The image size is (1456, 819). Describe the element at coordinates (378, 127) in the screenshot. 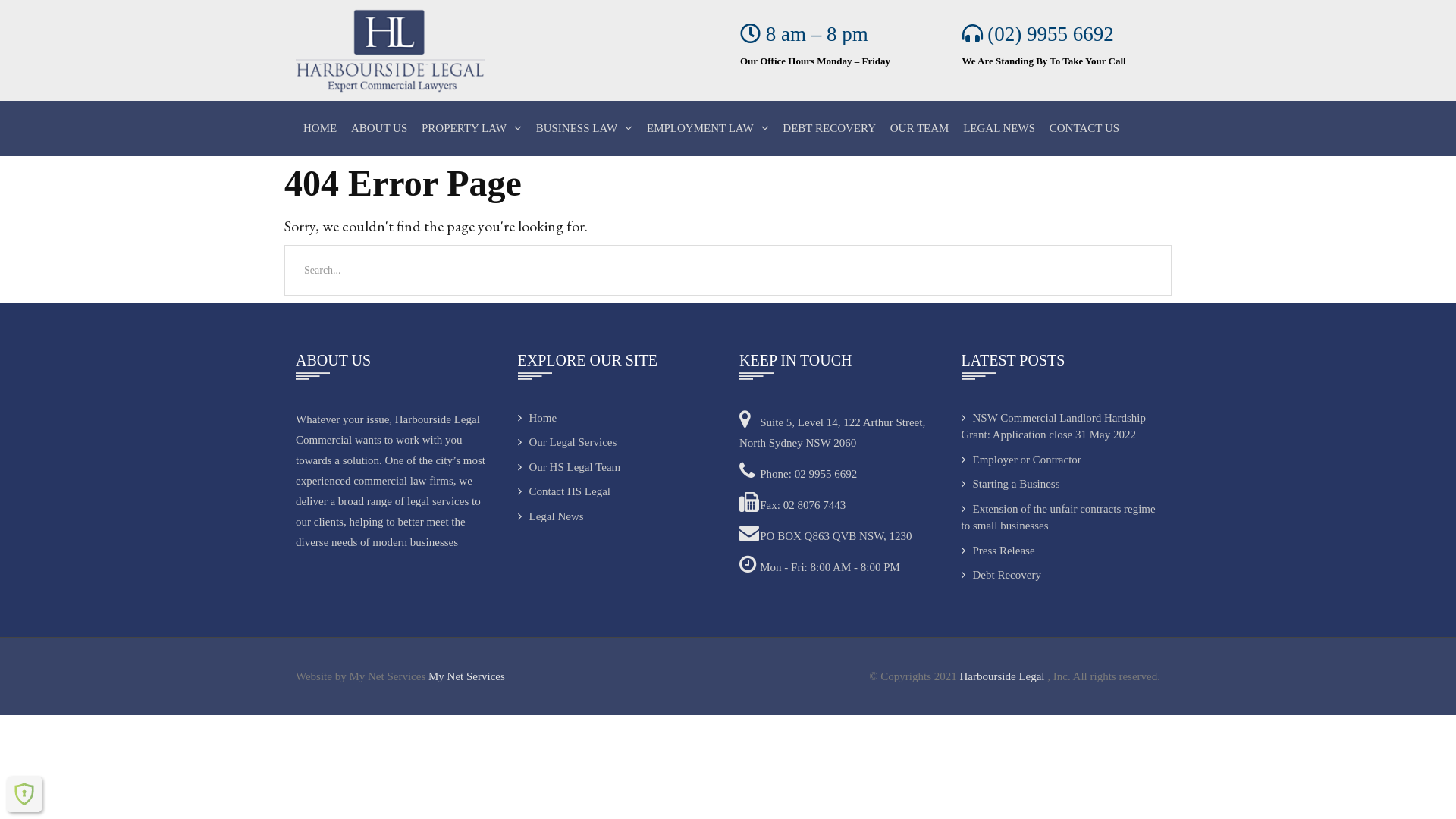

I see `'ABOUT US'` at that location.